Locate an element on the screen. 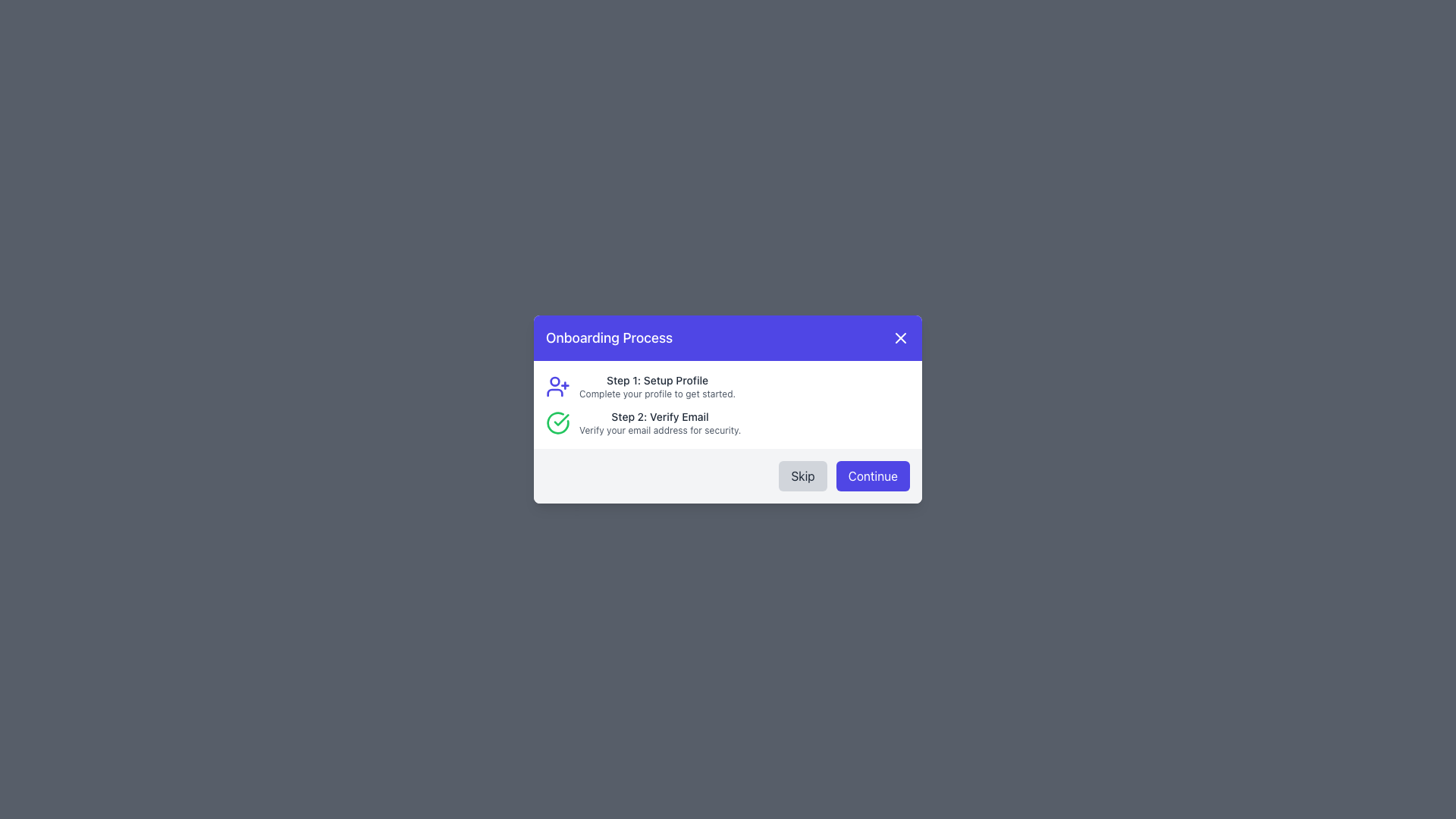 This screenshot has height=819, width=1456. descriptive text of the Text block titled 'Step 1: Setup Profile' in the modal dialog 'Onboarding Process' is located at coordinates (657, 385).